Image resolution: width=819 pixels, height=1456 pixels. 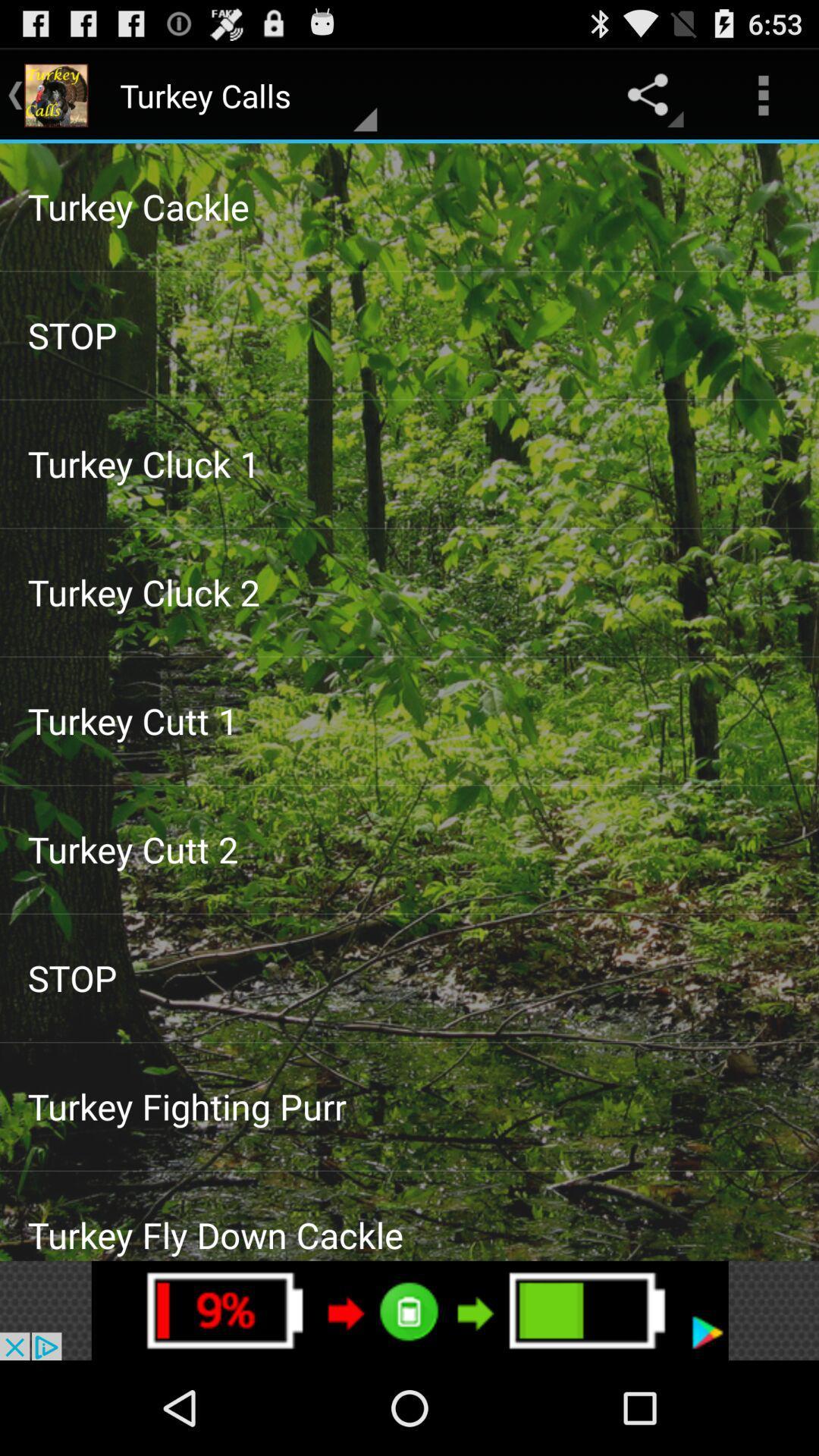 I want to click on share the article, so click(x=409, y=1310).